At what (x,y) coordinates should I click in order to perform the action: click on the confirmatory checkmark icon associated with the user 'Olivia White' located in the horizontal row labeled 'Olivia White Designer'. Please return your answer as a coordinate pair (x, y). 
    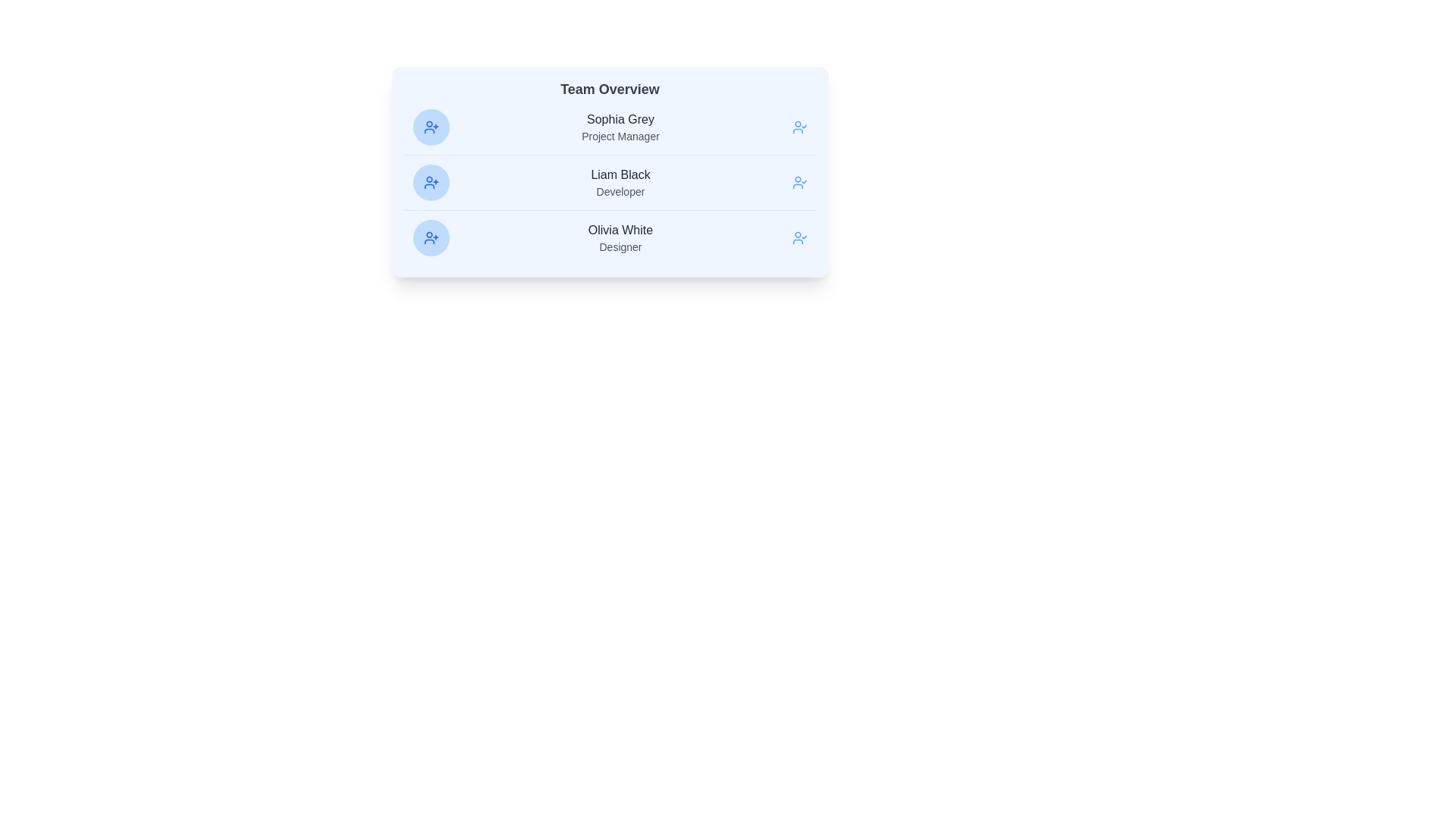
    Looking at the image, I should click on (799, 237).